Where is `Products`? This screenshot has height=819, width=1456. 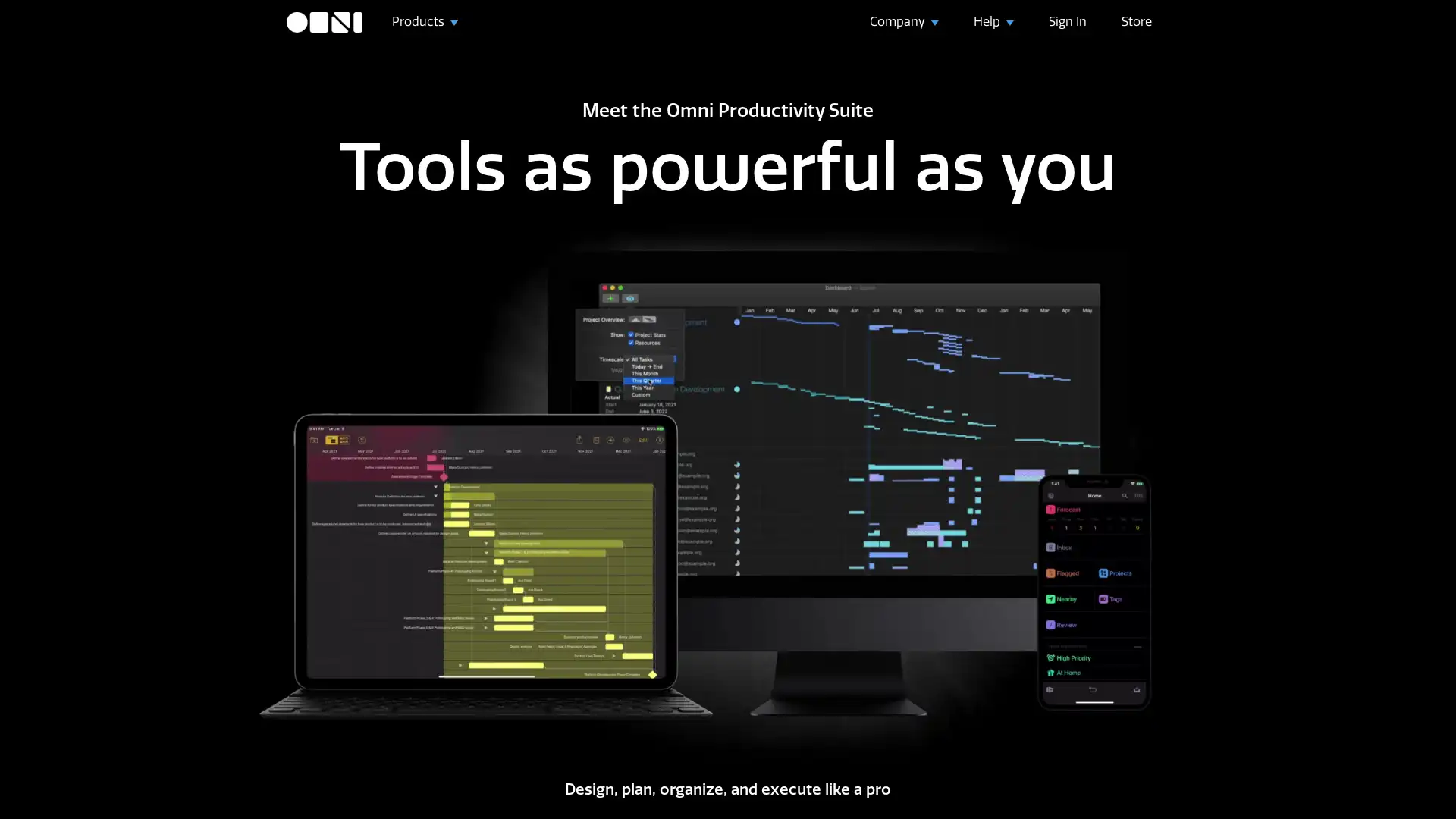
Products is located at coordinates (425, 20).